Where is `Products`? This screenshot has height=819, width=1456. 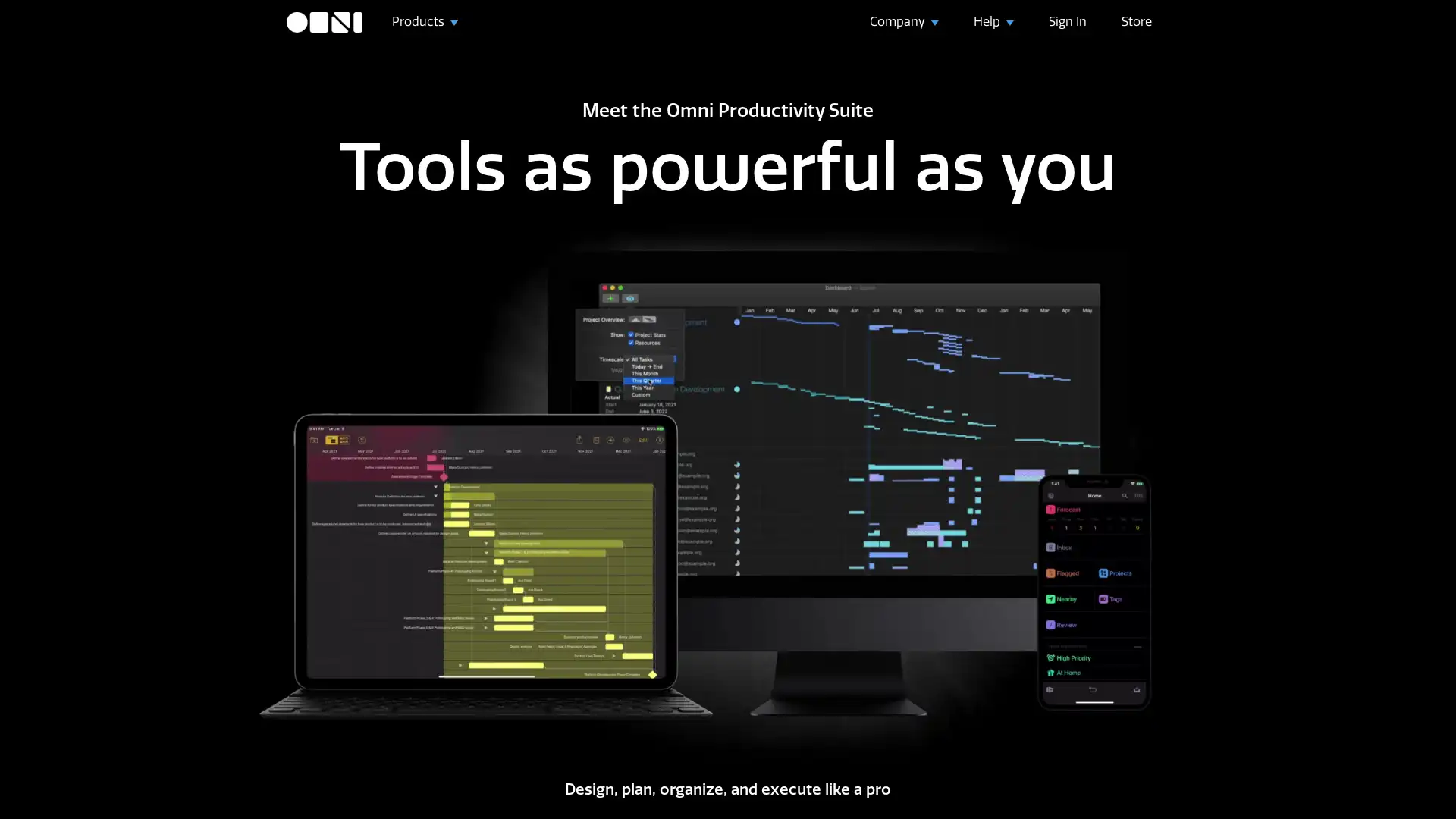
Products is located at coordinates (425, 20).